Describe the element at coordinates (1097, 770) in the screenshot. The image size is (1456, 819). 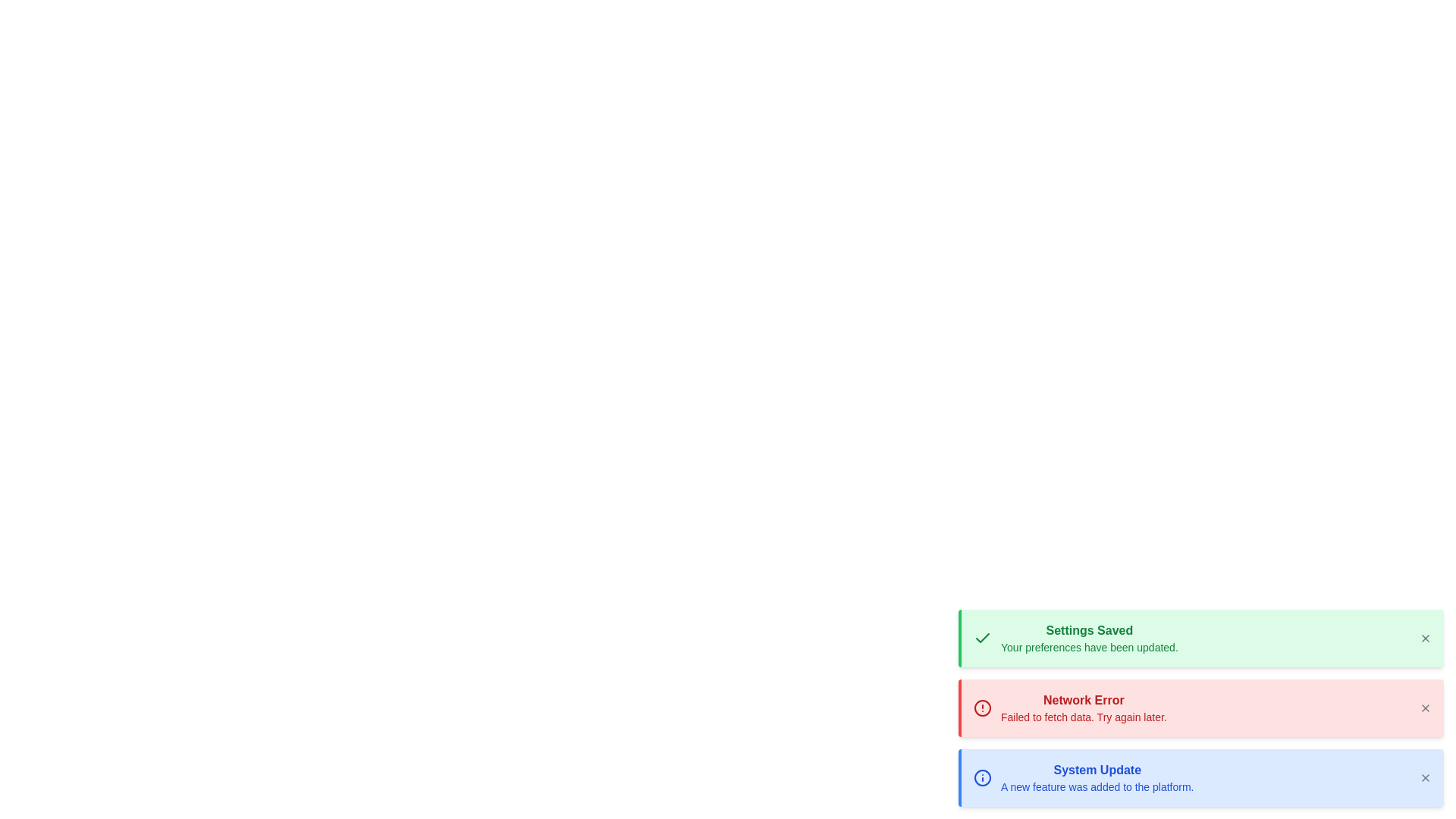
I see `notification title text label, which is horizontally centered at the bottom of the interface above the message 'A new feature was added to the platform.'` at that location.